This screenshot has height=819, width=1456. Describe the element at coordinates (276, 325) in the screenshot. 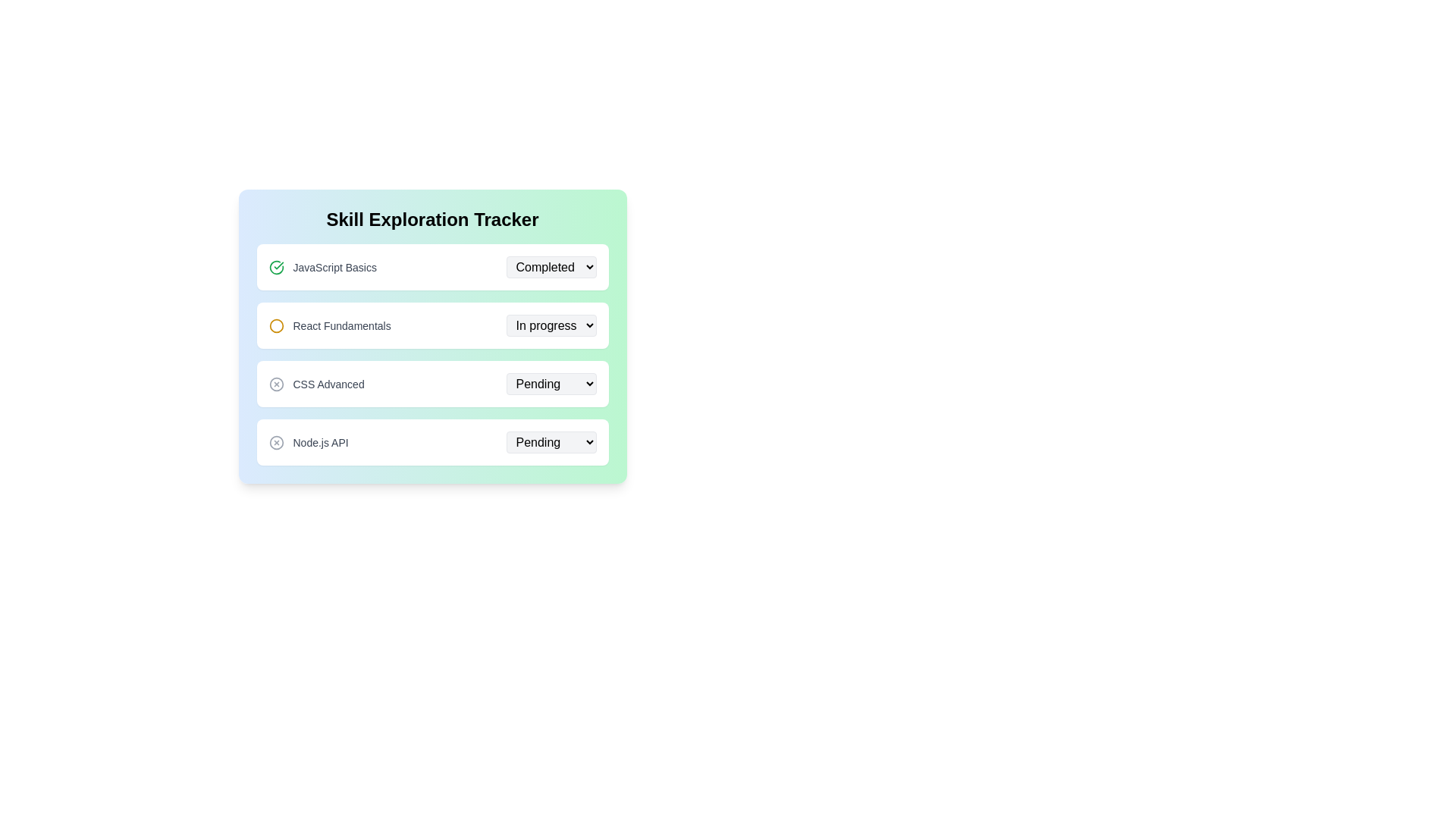

I see `the circular status indicator for 'React Fundamentals' which visually represents its current state in the skill tracker` at that location.